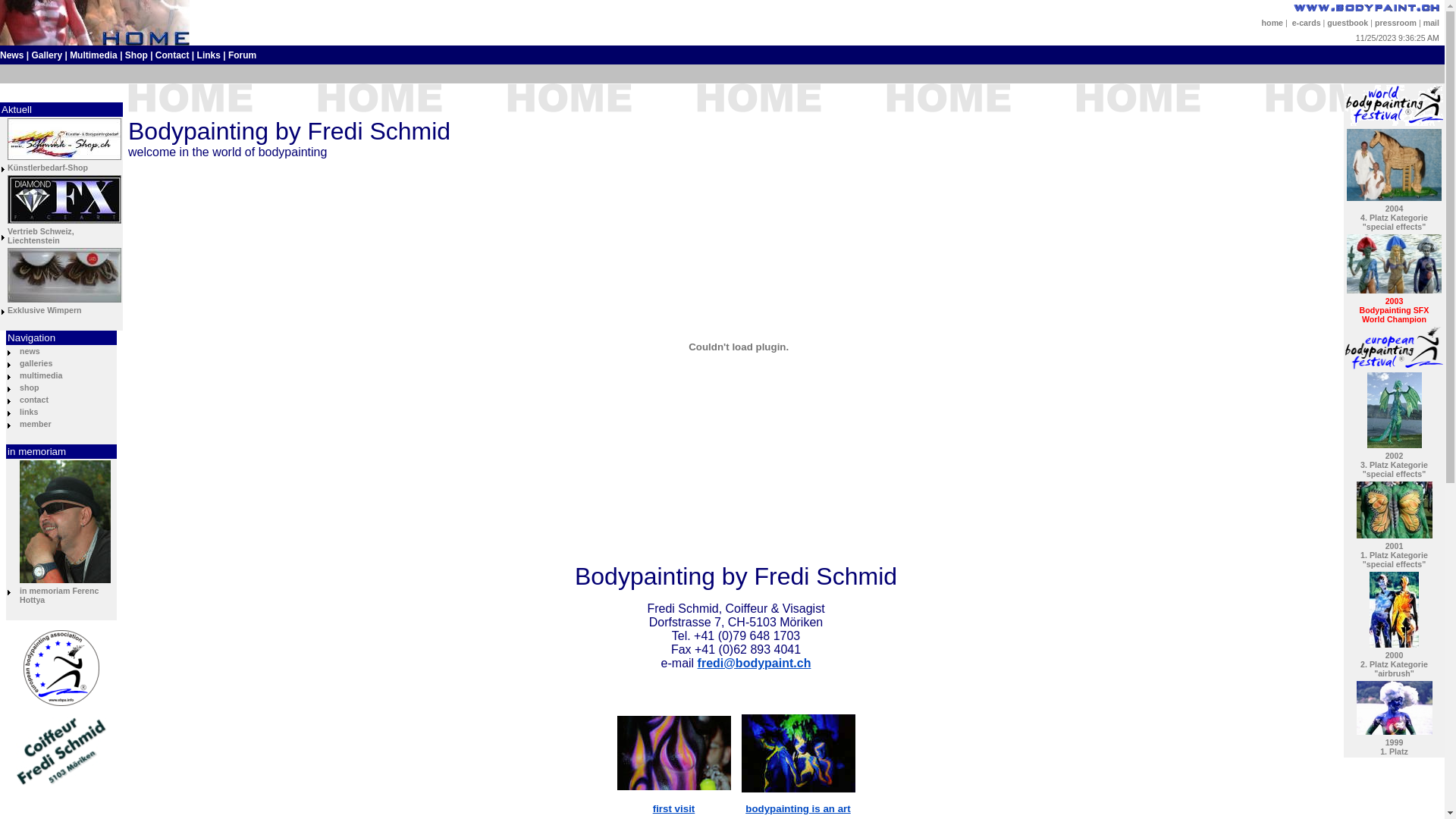 The width and height of the screenshot is (1456, 819). What do you see at coordinates (1394, 464) in the screenshot?
I see `'2002` at bounding box center [1394, 464].